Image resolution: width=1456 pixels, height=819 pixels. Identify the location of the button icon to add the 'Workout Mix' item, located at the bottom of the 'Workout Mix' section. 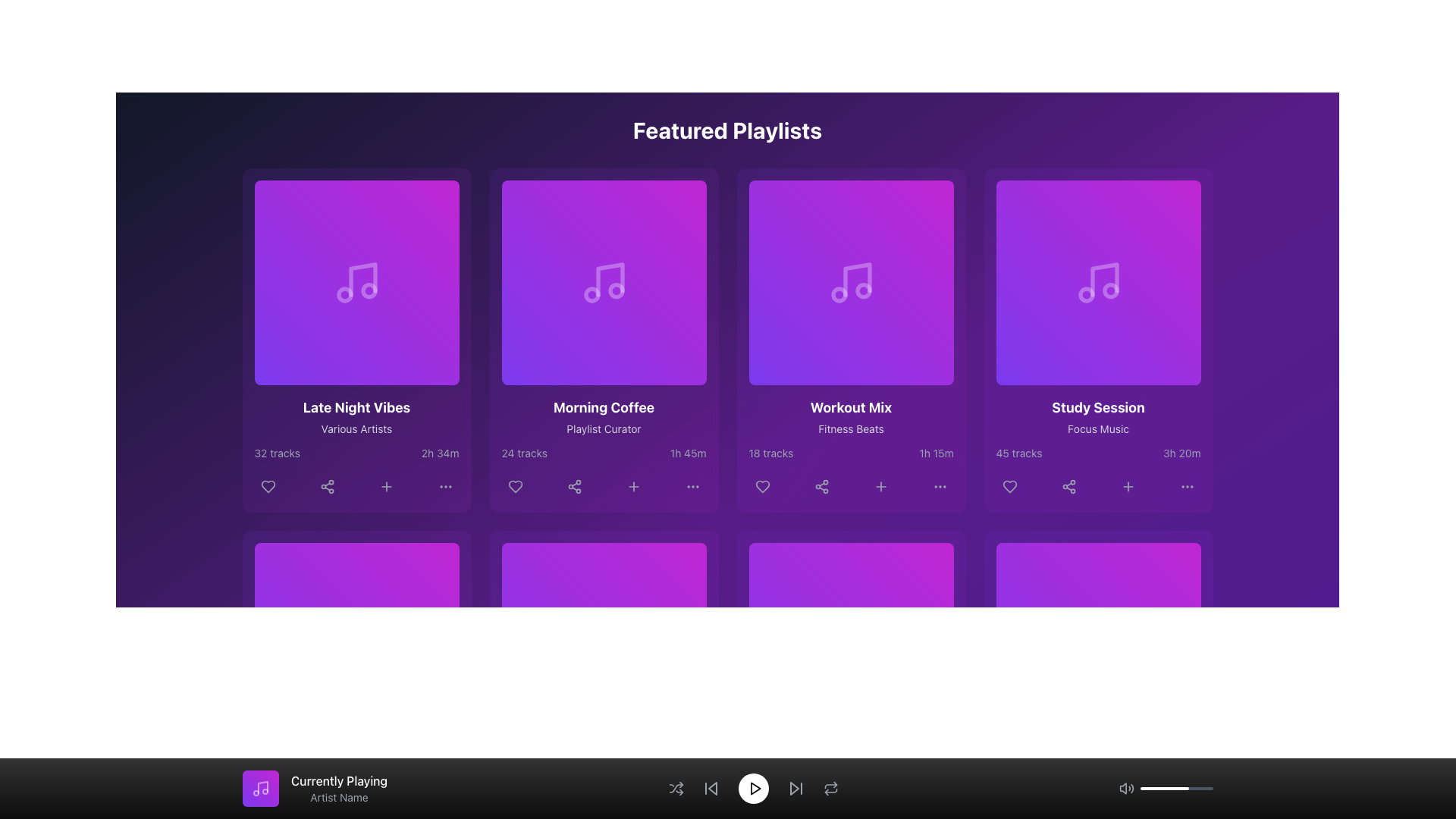
(880, 486).